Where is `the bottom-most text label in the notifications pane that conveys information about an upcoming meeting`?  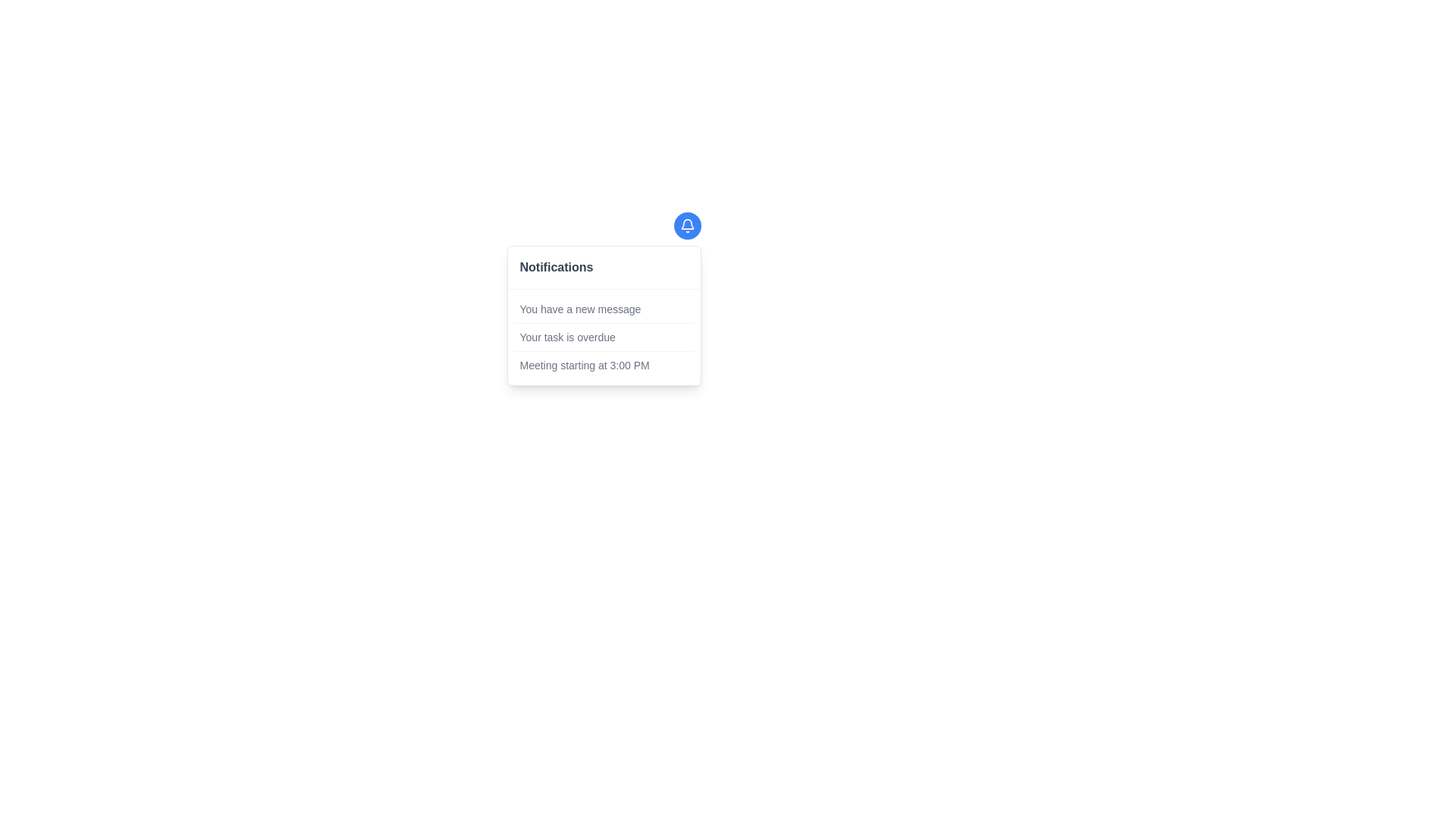 the bottom-most text label in the notifications pane that conveys information about an upcoming meeting is located at coordinates (584, 366).